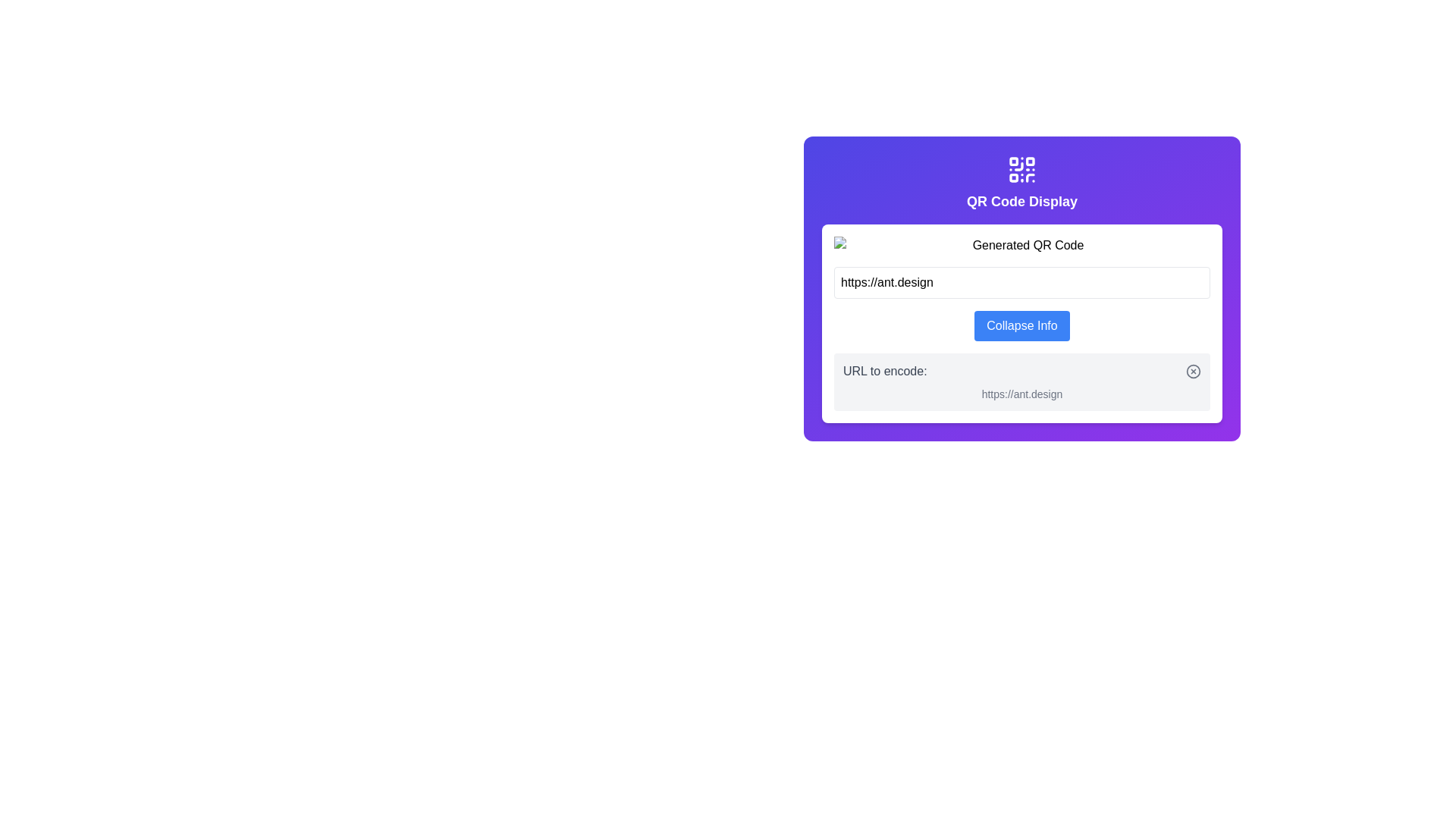 The image size is (1456, 819). I want to click on the decorative QR code icon located at the top of the interface in the 'QR Code Display' section, so click(1022, 169).